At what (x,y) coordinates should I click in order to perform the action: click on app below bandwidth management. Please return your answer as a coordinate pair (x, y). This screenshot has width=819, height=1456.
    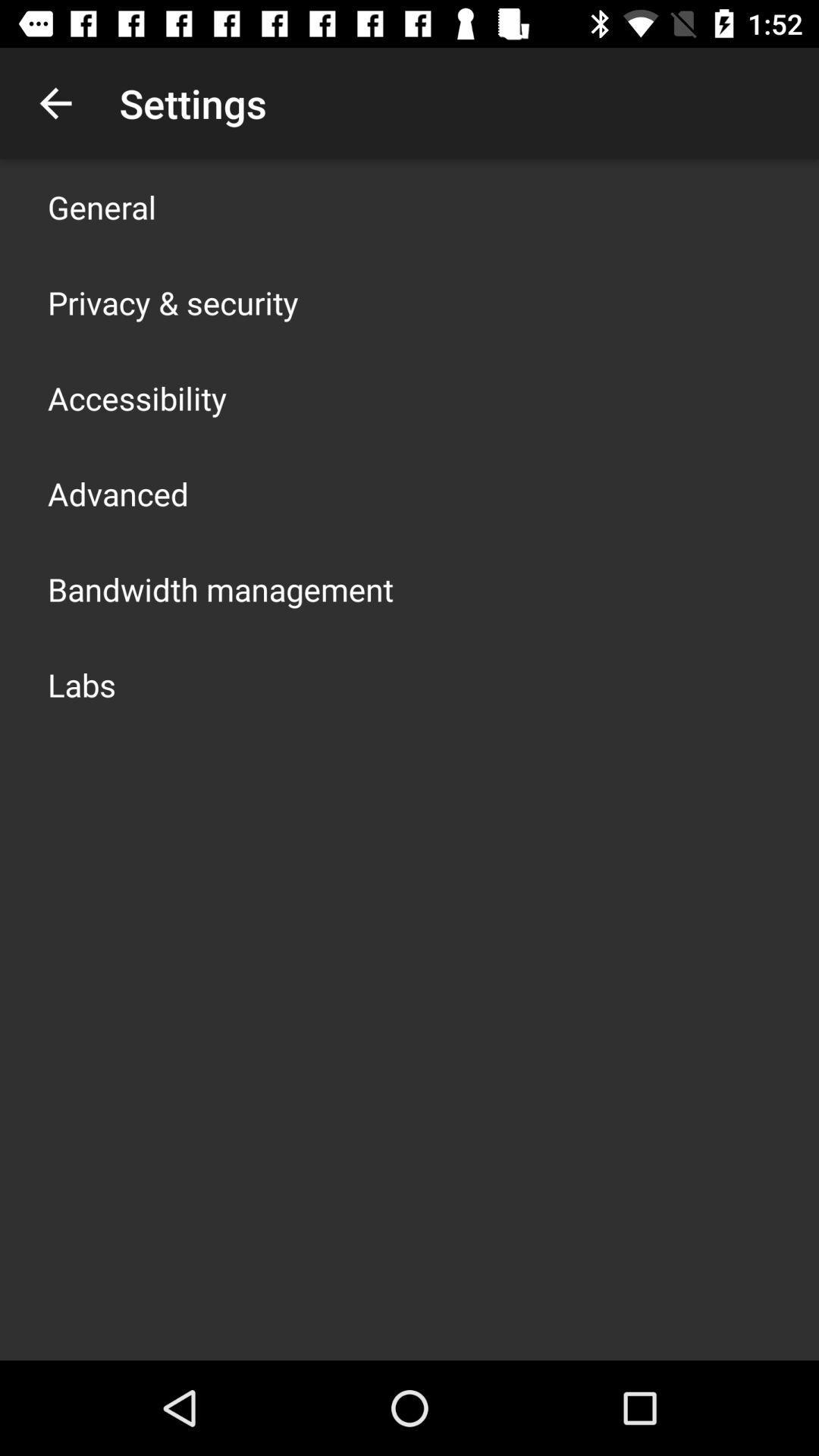
    Looking at the image, I should click on (82, 683).